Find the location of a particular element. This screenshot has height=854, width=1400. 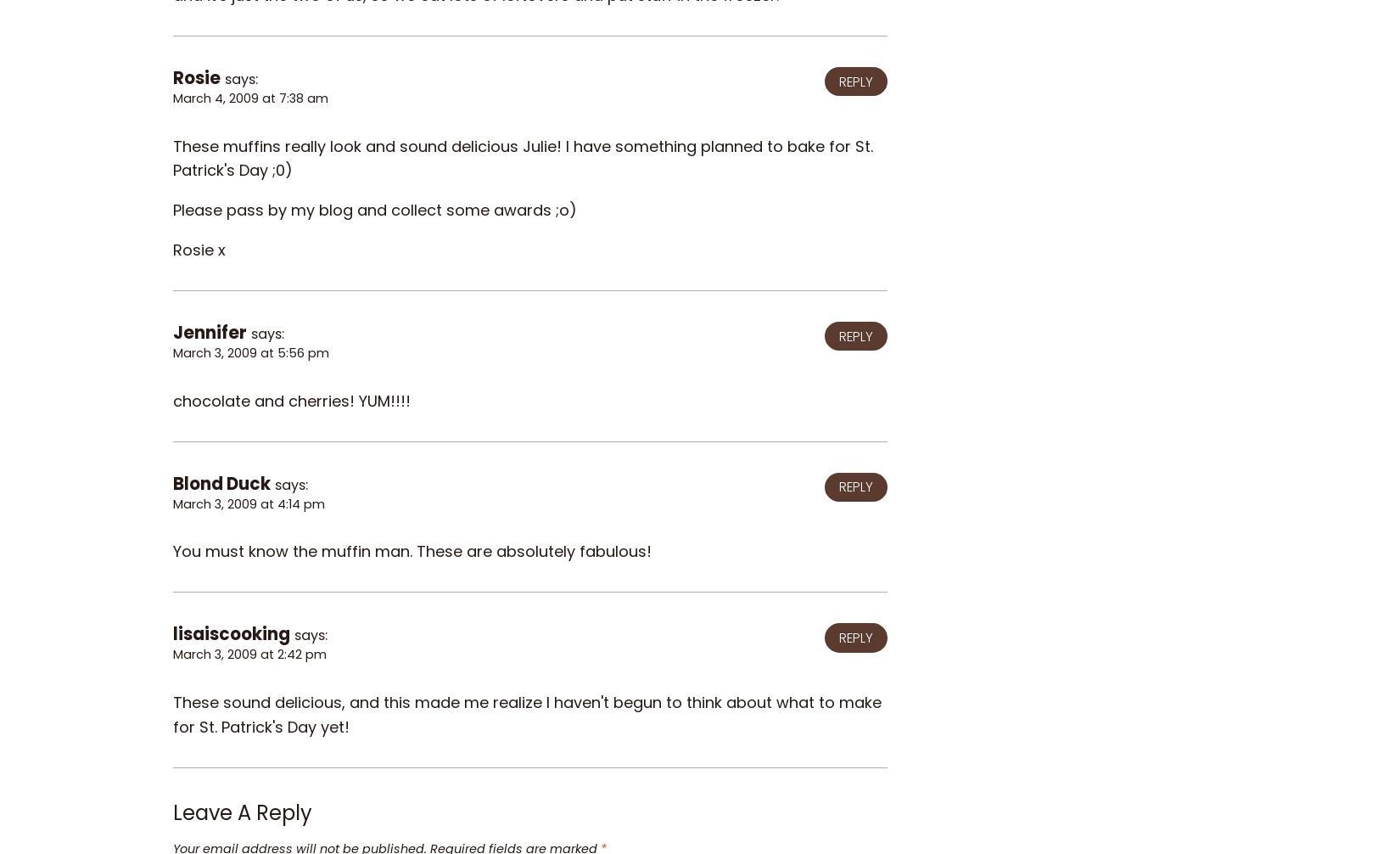

'Jennifer' is located at coordinates (210, 331).